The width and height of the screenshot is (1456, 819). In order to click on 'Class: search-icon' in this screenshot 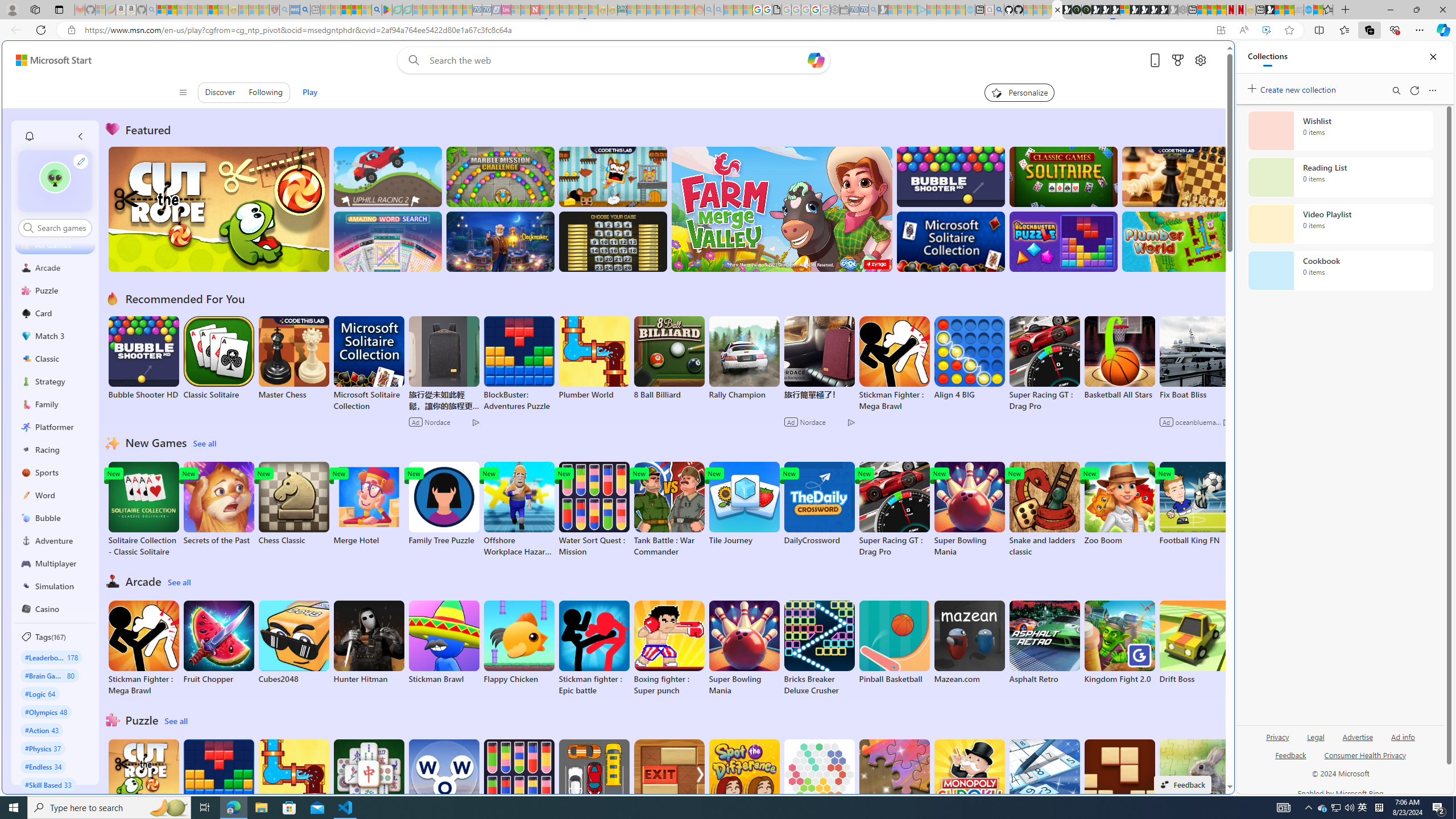, I will do `click(27, 227)`.